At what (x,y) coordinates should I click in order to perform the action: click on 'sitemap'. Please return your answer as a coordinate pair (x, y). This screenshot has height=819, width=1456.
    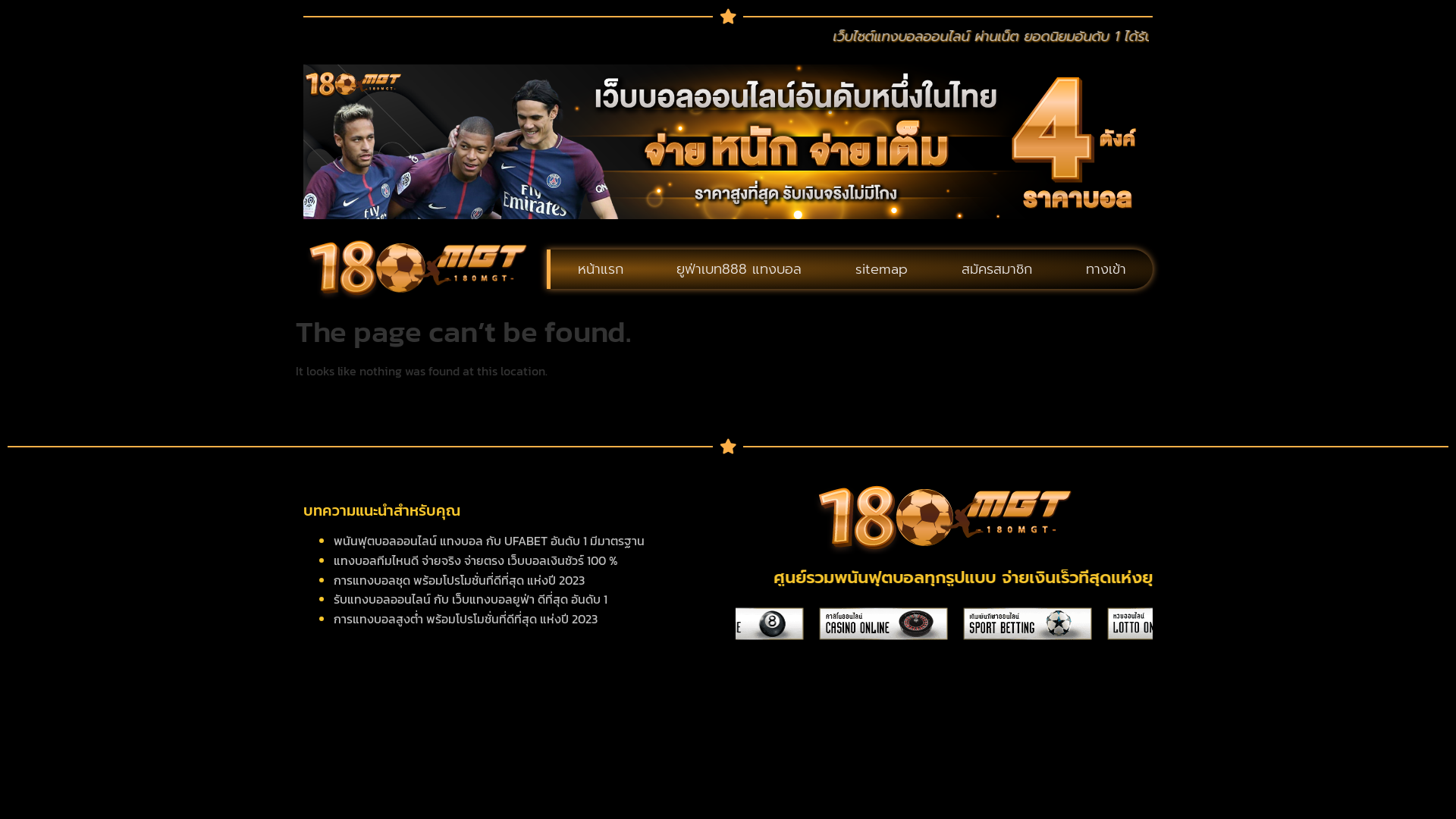
    Looking at the image, I should click on (881, 268).